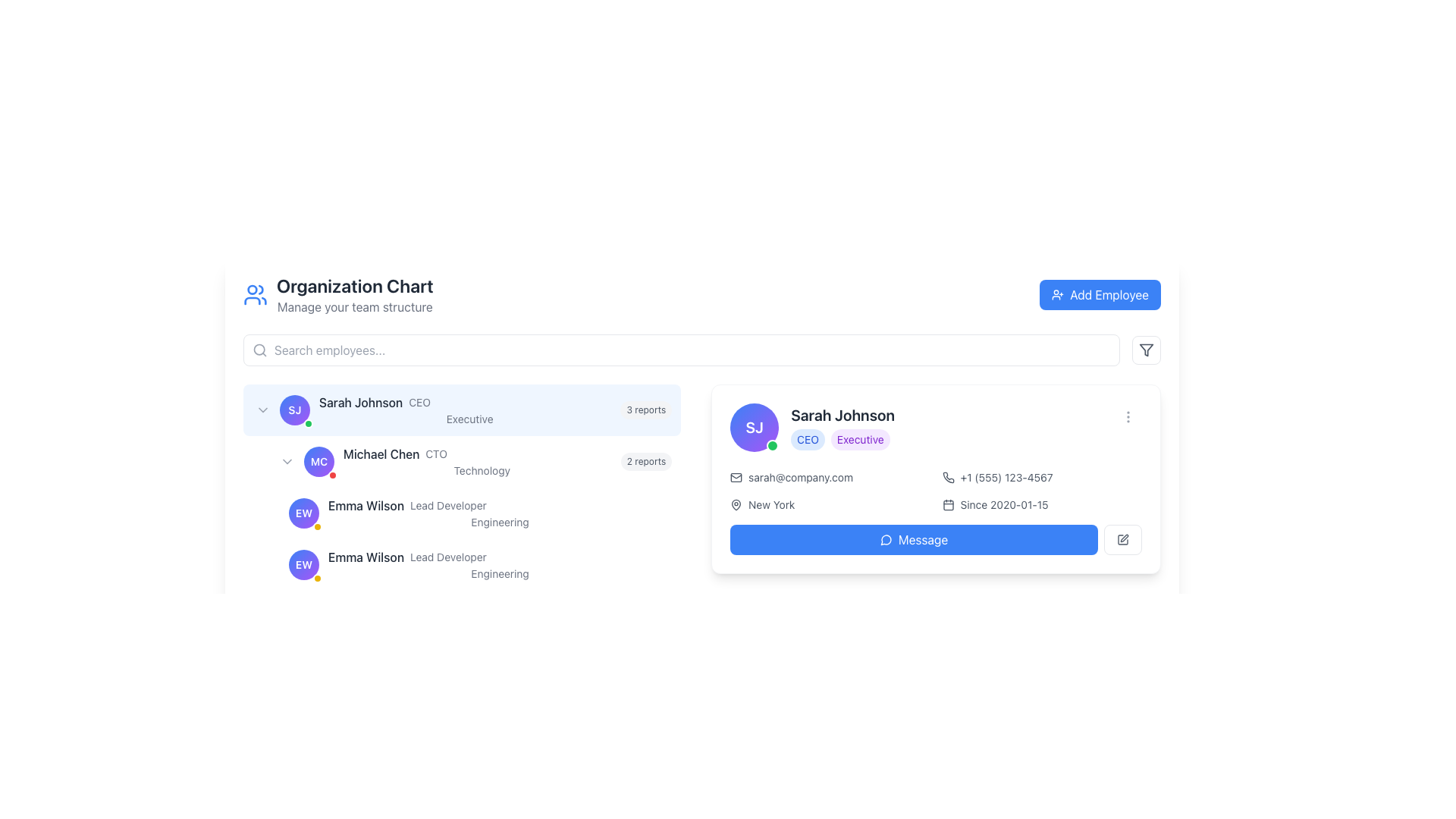  What do you see at coordinates (262, 409) in the screenshot?
I see `the downward-pointing chevron icon button` at bounding box center [262, 409].